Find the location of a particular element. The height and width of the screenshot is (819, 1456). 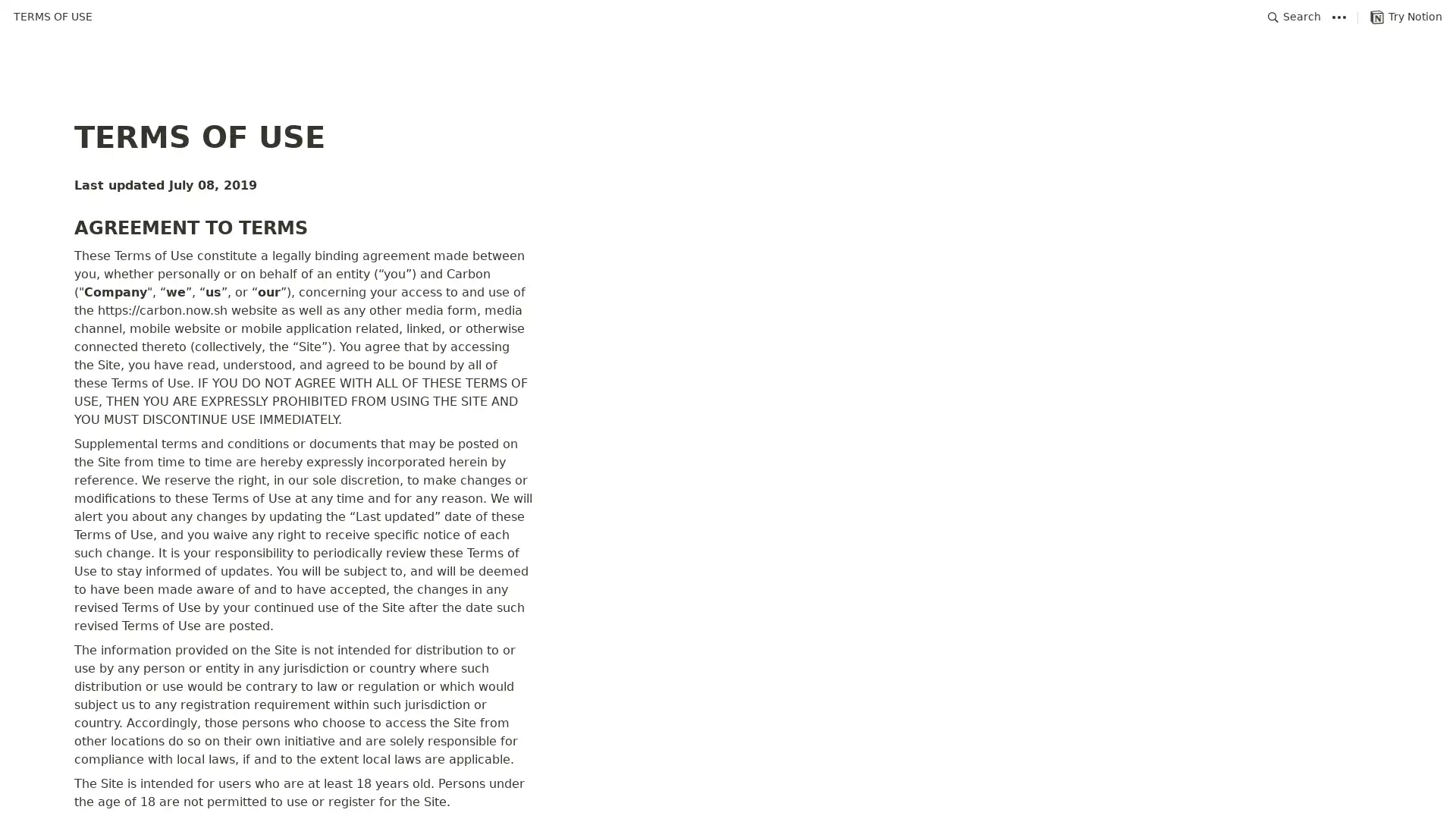

TERMS OF USE is located at coordinates (53, 17).